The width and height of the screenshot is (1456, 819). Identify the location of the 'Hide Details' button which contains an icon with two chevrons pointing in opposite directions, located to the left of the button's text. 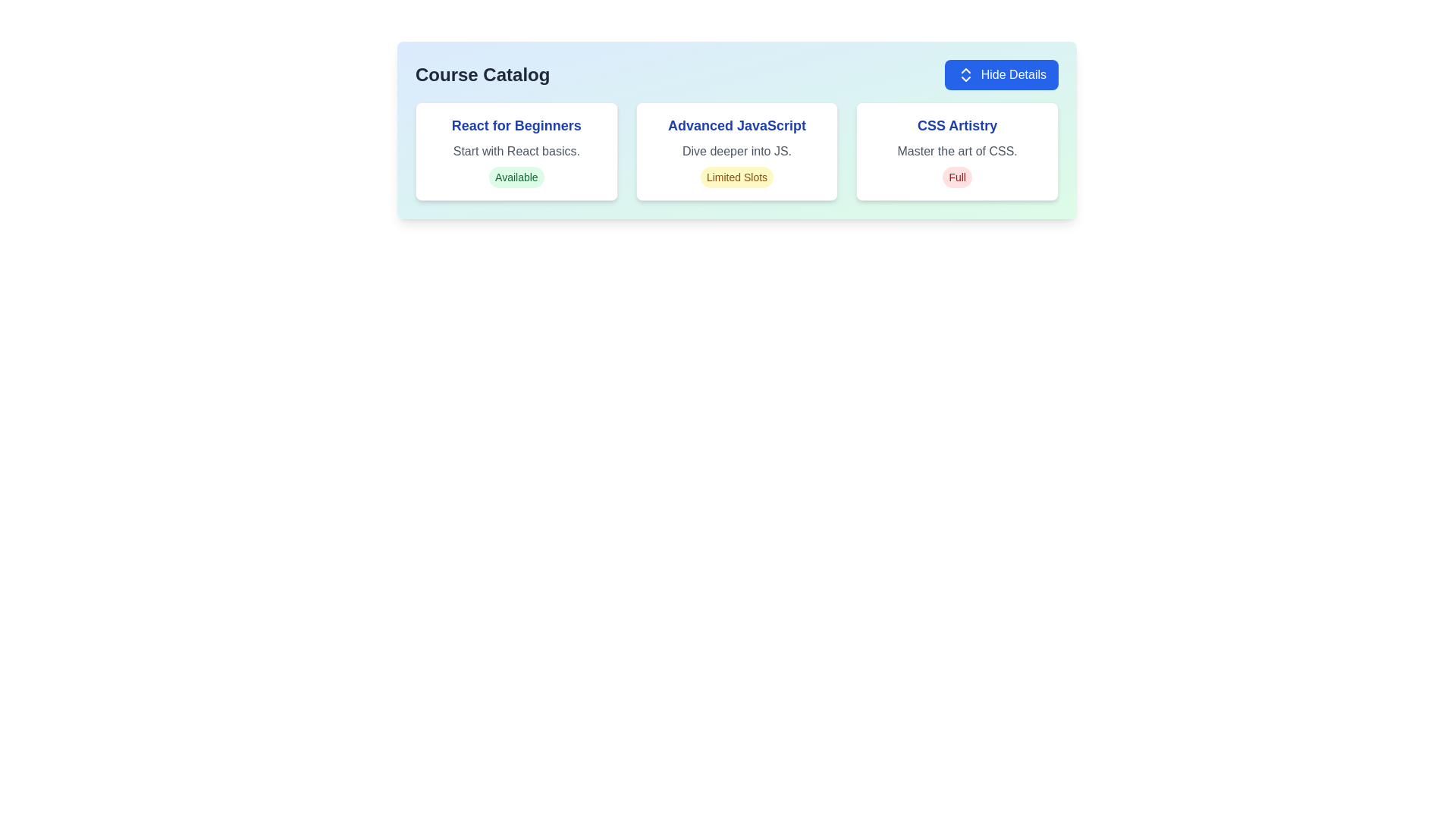
(965, 75).